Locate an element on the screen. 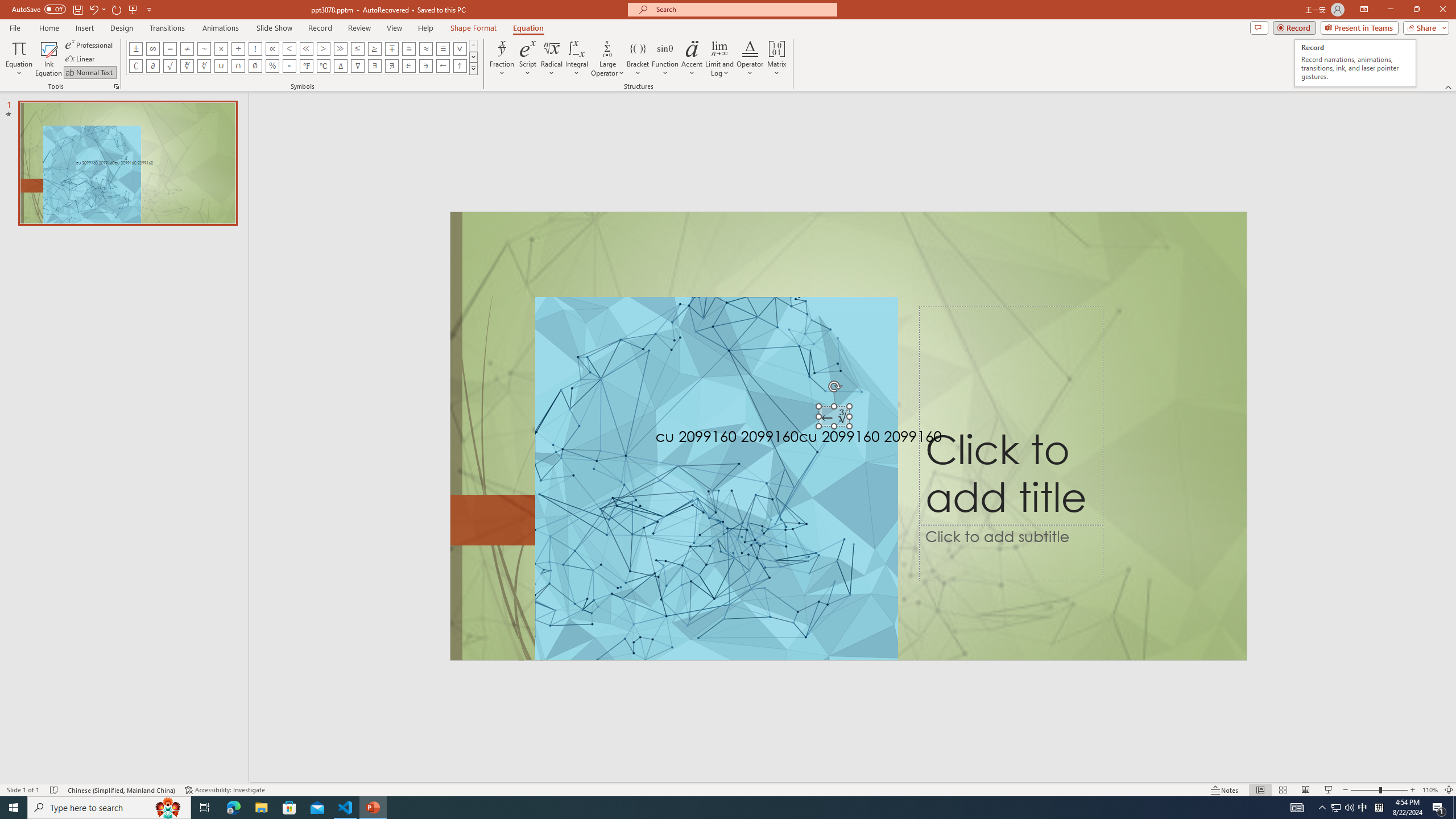  'Equation Symbol Not Equal To' is located at coordinates (186, 48).